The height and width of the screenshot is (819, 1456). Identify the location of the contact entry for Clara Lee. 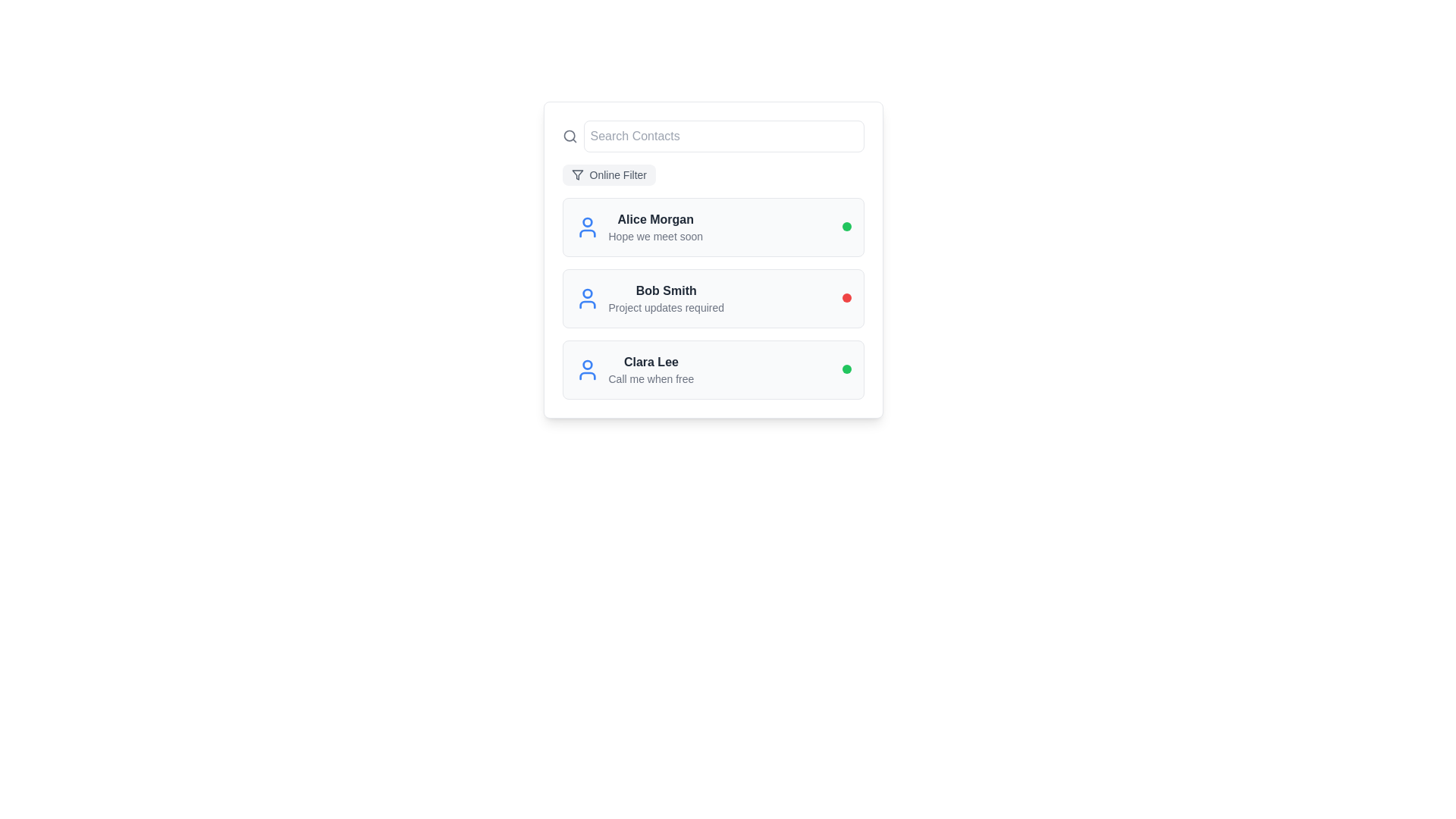
(634, 370).